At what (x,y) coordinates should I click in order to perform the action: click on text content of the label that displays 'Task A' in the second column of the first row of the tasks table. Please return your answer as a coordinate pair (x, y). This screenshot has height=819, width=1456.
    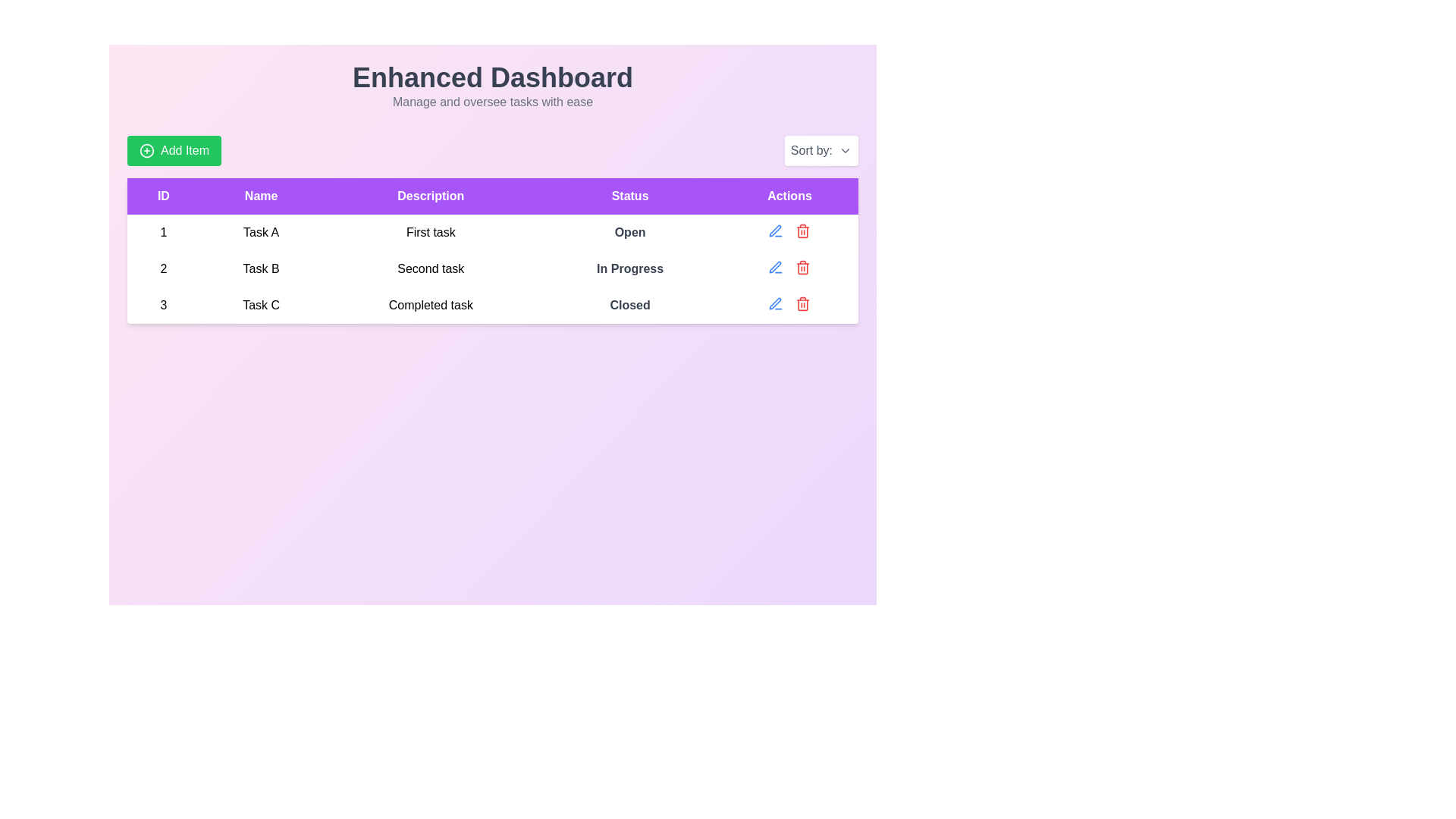
    Looking at the image, I should click on (261, 233).